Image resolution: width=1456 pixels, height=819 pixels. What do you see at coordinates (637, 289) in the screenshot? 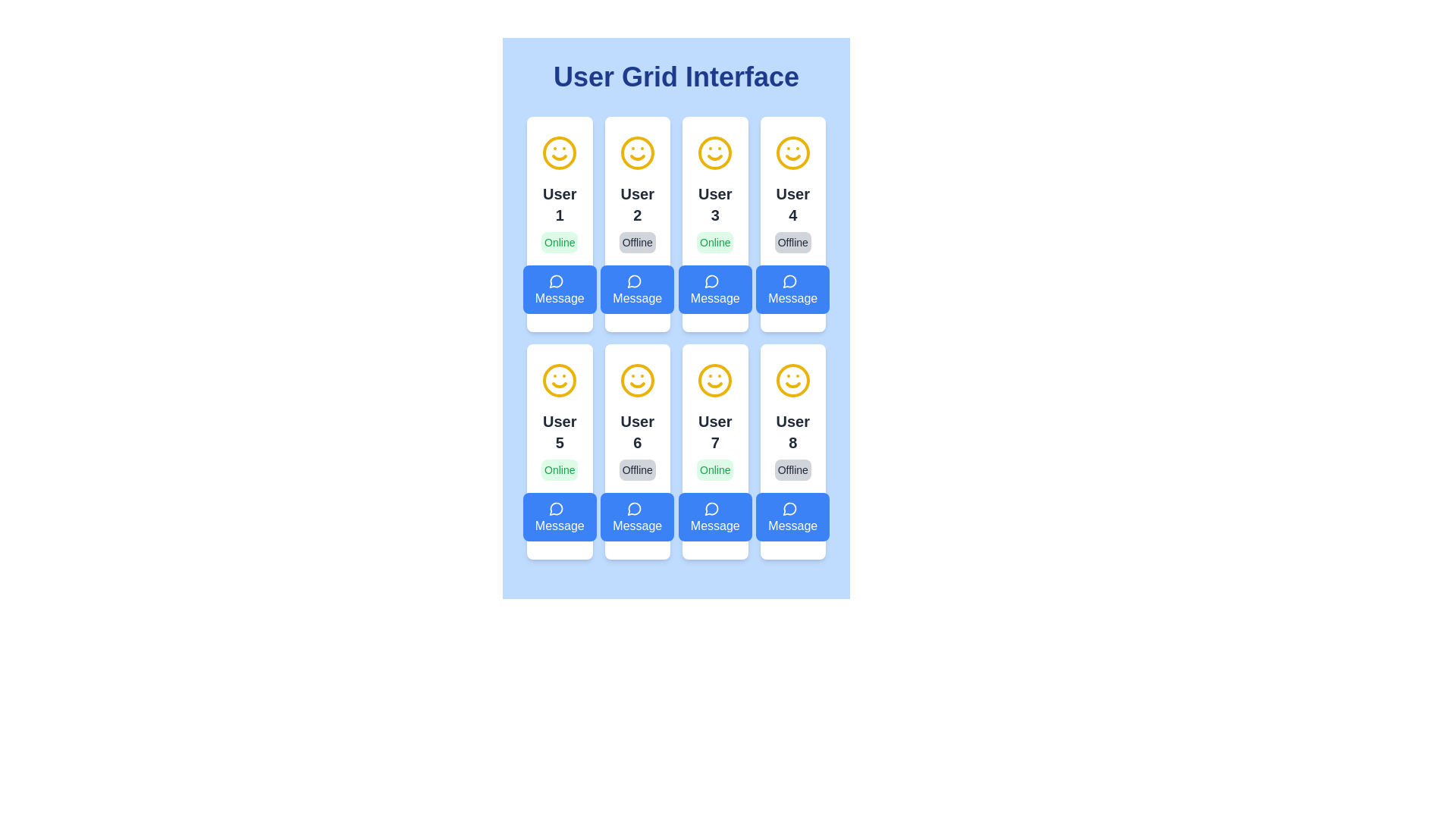
I see `the button located at the bottom of the second card in the top row of the grid layout, which initiates a messaging interaction with 'User 2'` at bounding box center [637, 289].